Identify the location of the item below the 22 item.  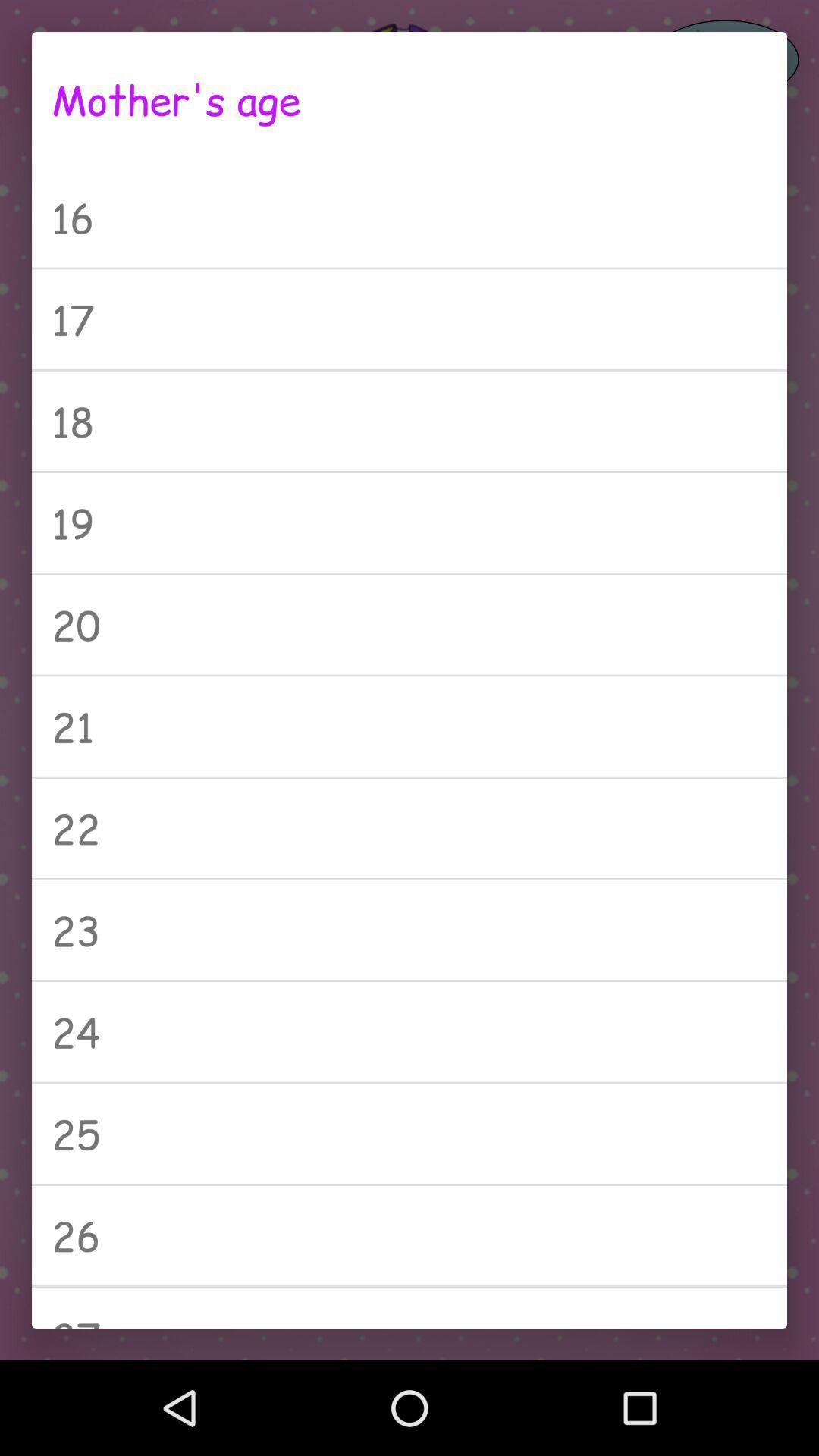
(409, 929).